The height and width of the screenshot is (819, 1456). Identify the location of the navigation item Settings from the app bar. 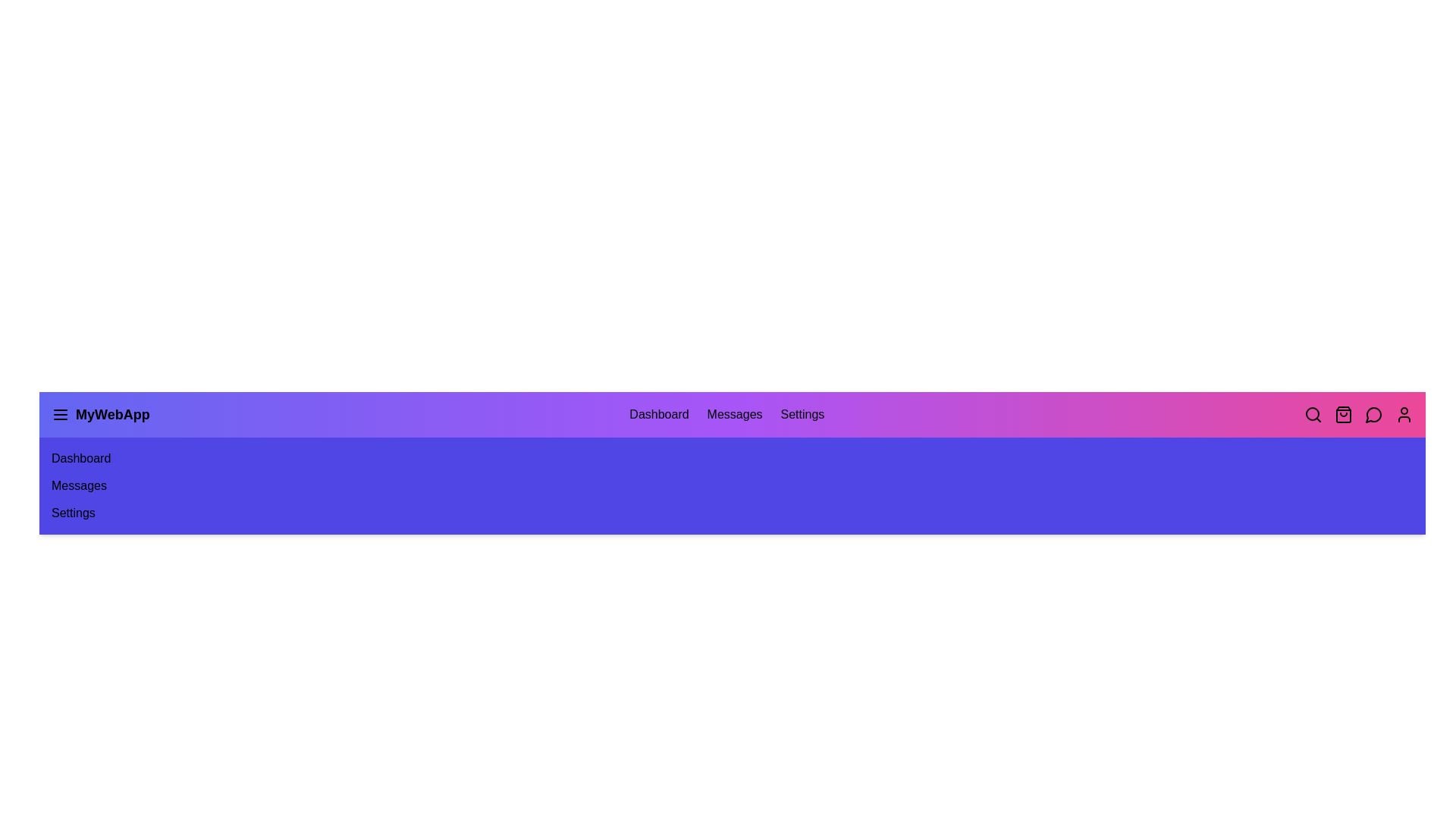
(801, 415).